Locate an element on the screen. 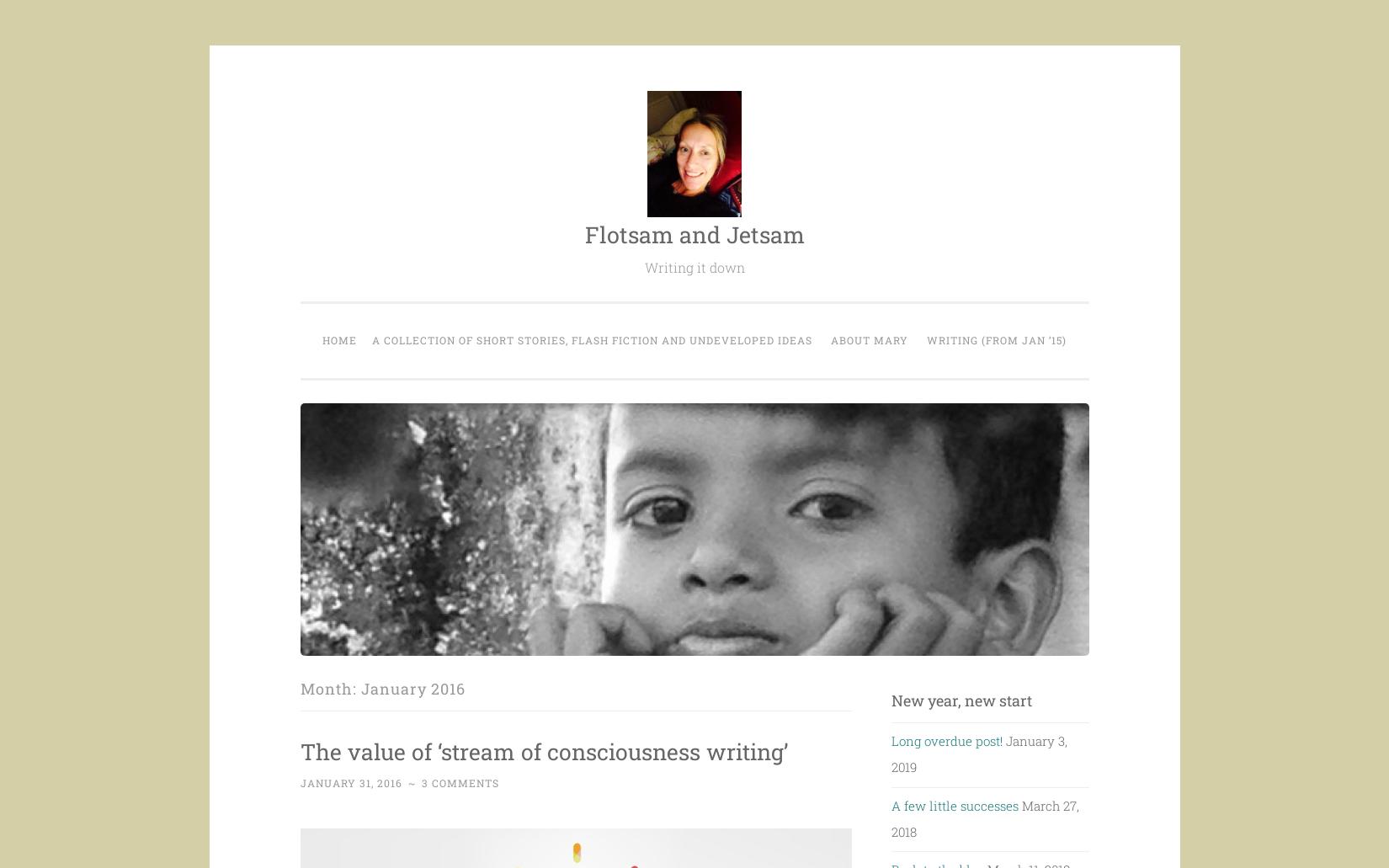 Image resolution: width=1389 pixels, height=868 pixels. 'March 27, 2018' is located at coordinates (891, 817).